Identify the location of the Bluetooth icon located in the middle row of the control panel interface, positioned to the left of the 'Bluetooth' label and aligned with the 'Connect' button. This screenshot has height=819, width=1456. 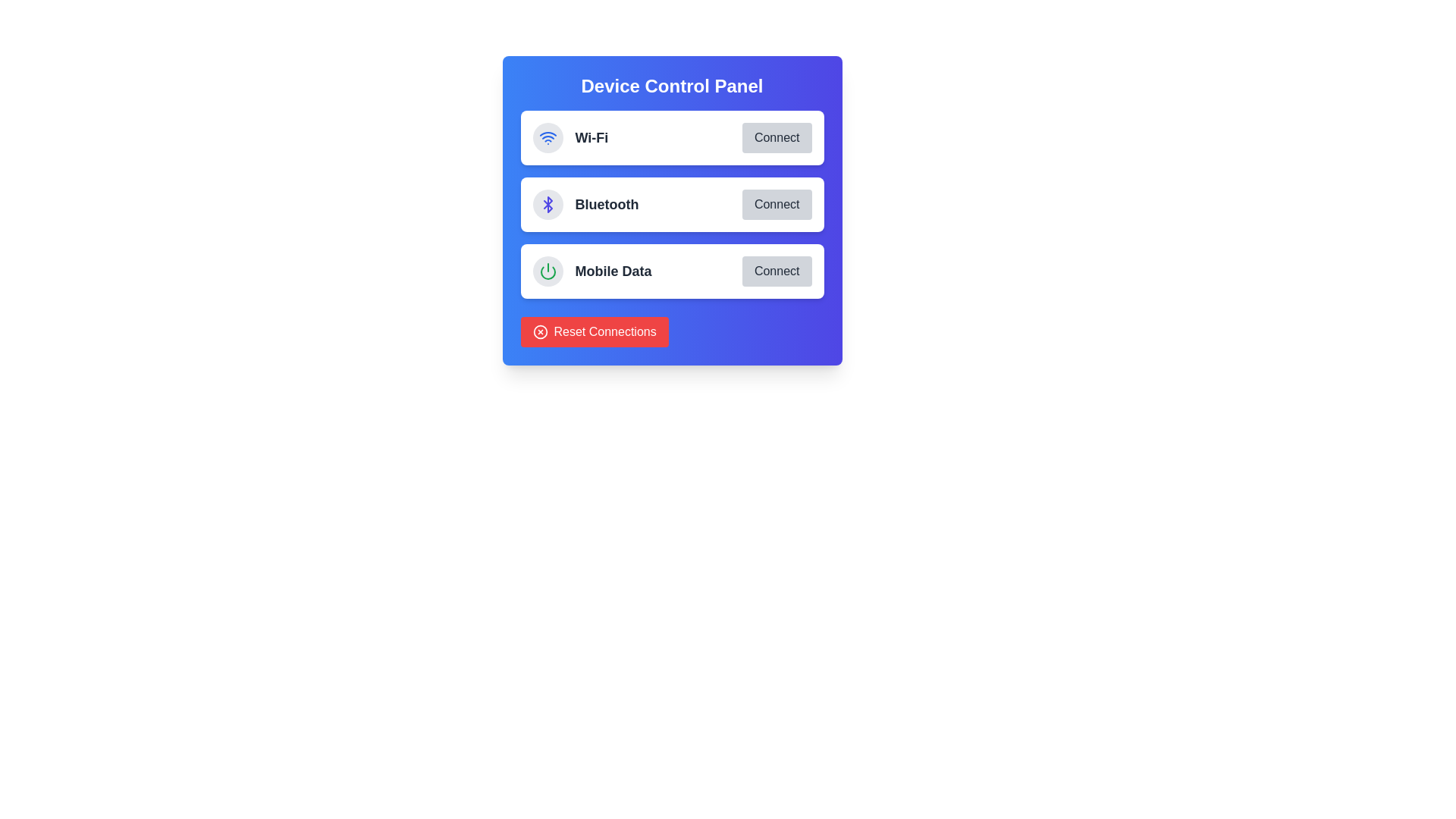
(547, 205).